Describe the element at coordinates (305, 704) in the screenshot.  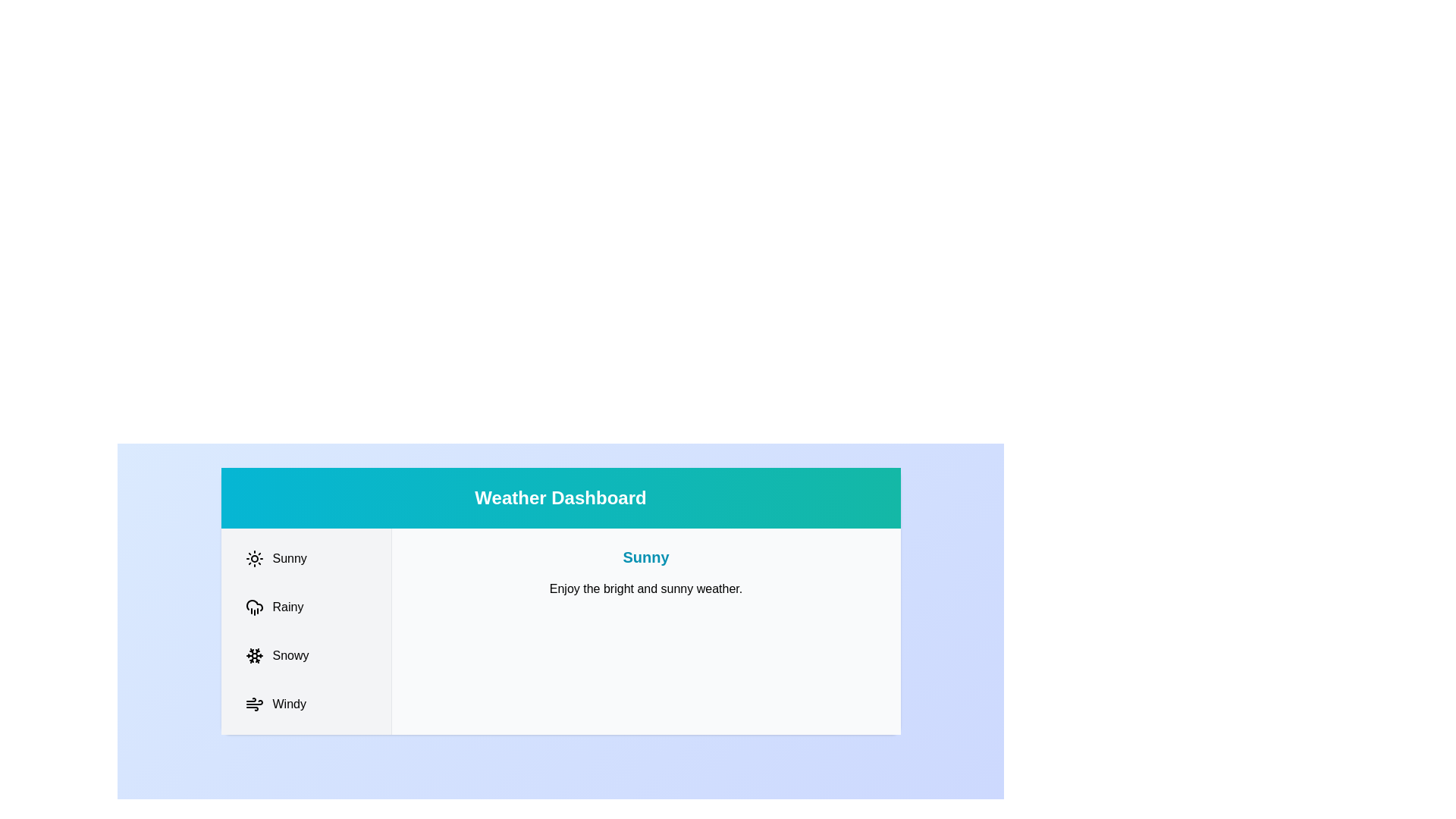
I see `the Windy tab to switch to it` at that location.